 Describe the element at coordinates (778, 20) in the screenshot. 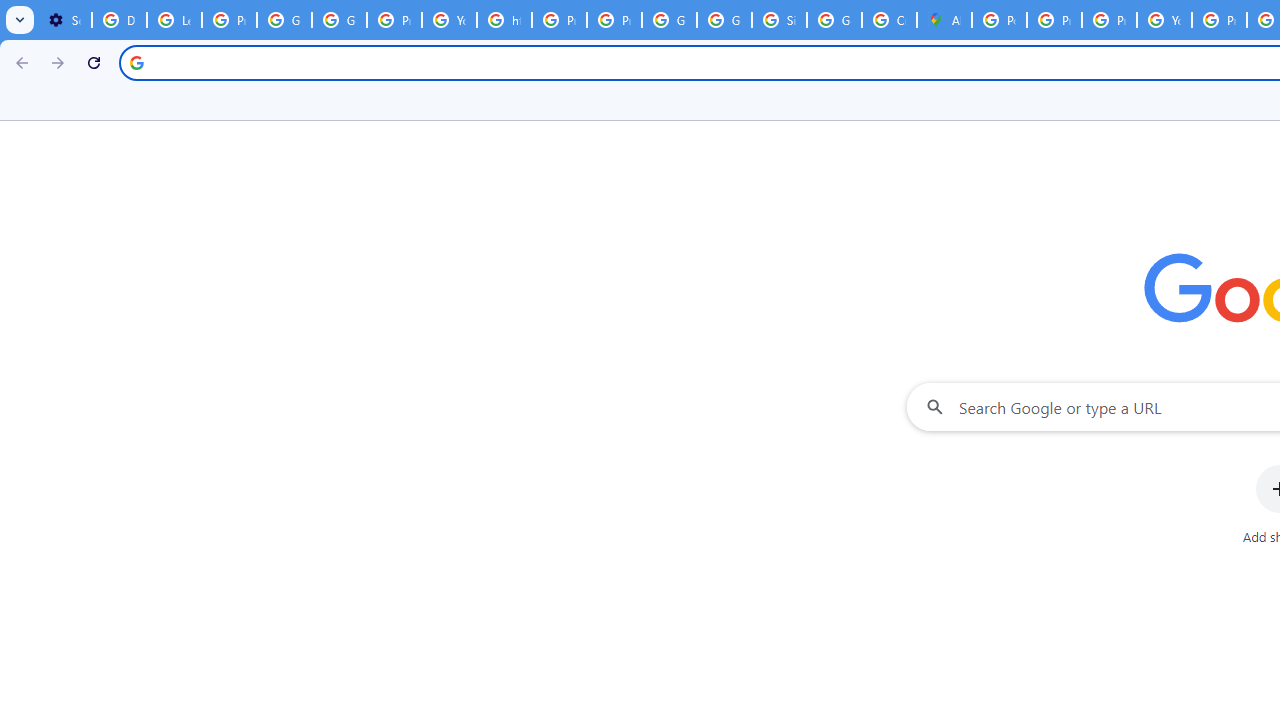

I see `'Sign in - Google Accounts'` at that location.